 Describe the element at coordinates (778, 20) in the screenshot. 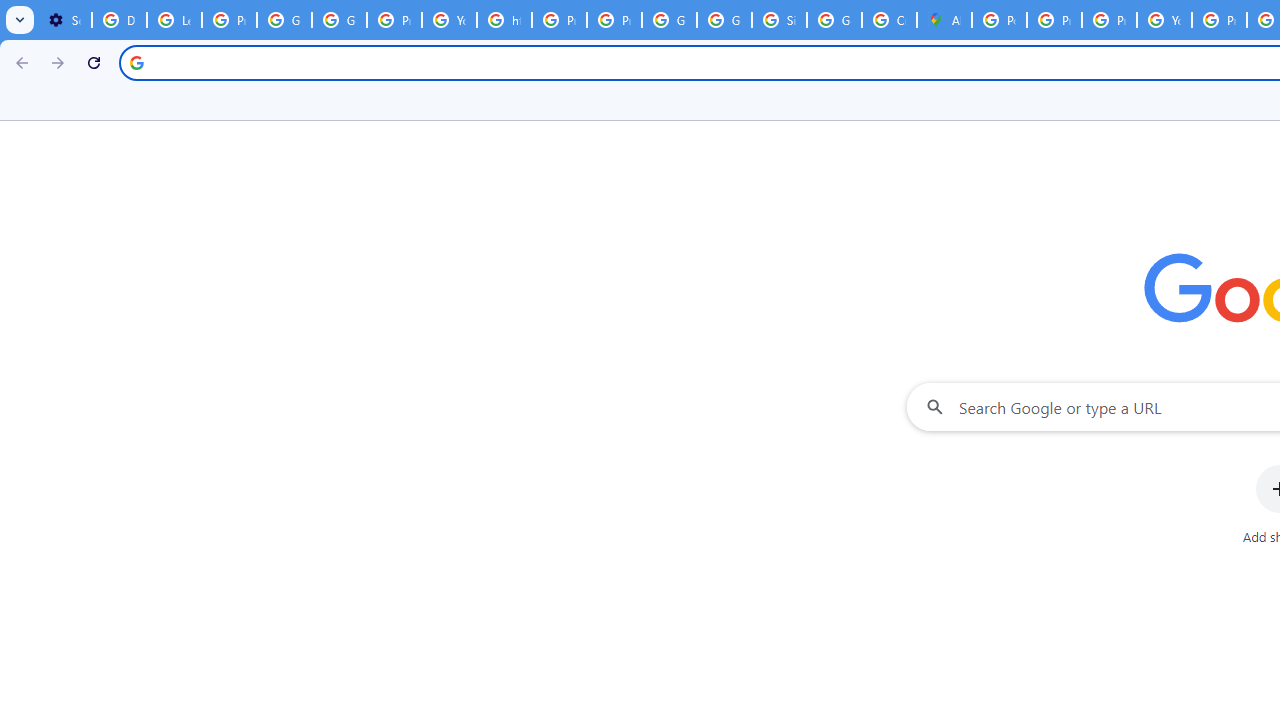

I see `'Sign in - Google Accounts'` at that location.